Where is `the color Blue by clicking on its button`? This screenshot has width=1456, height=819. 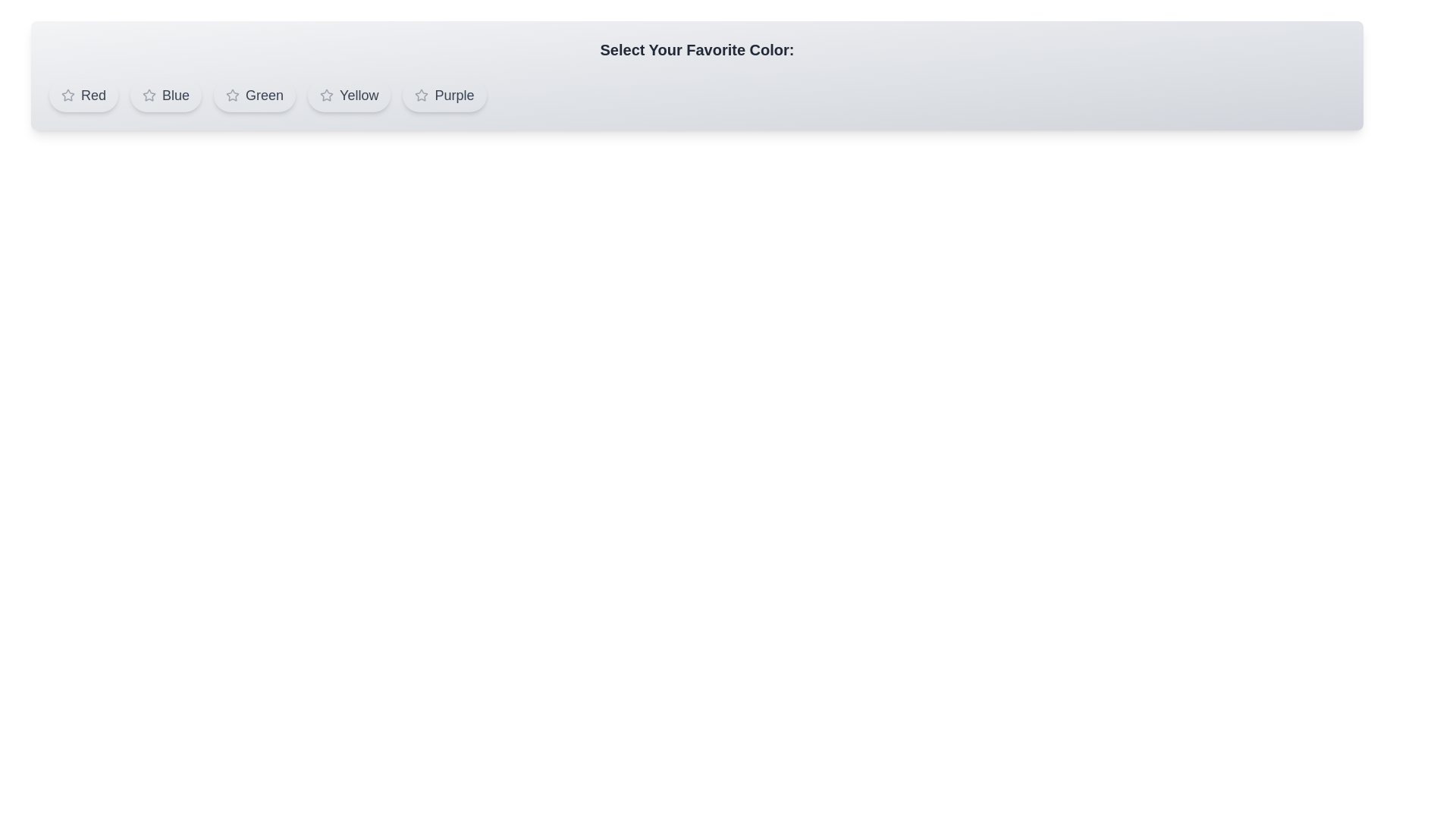
the color Blue by clicking on its button is located at coordinates (166, 96).